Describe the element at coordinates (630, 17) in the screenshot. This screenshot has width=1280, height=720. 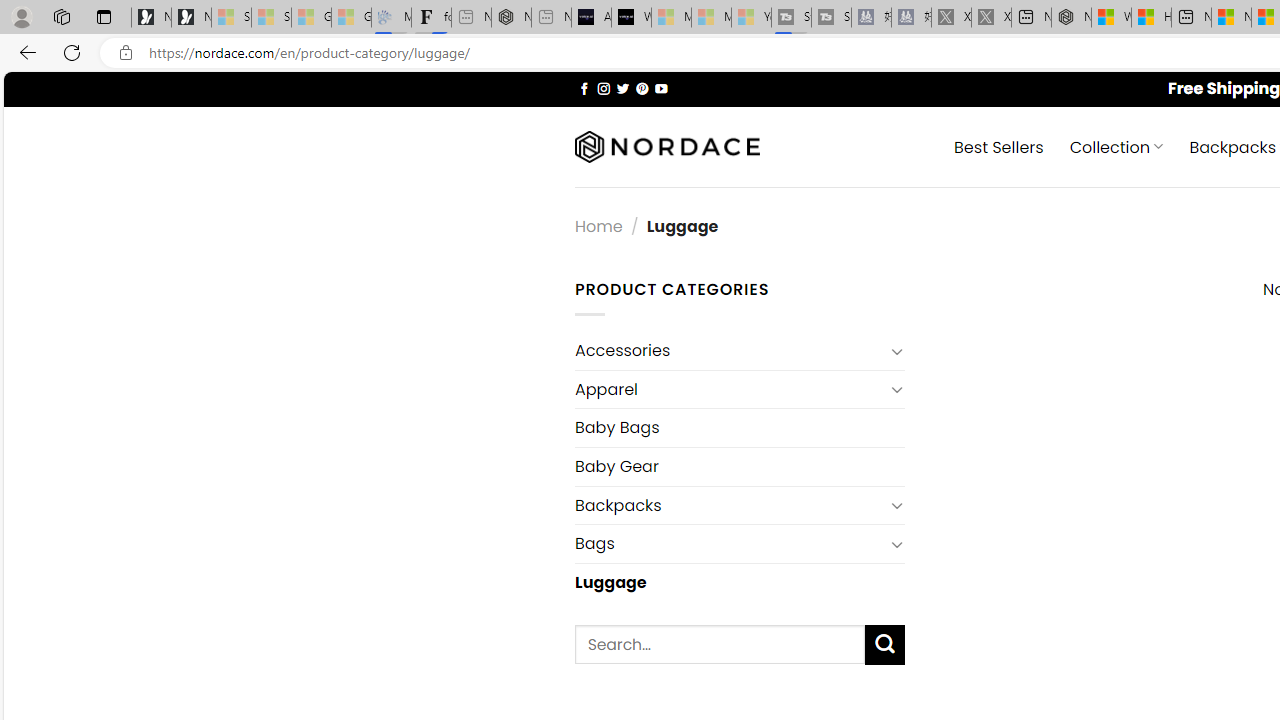
I see `'What'` at that location.